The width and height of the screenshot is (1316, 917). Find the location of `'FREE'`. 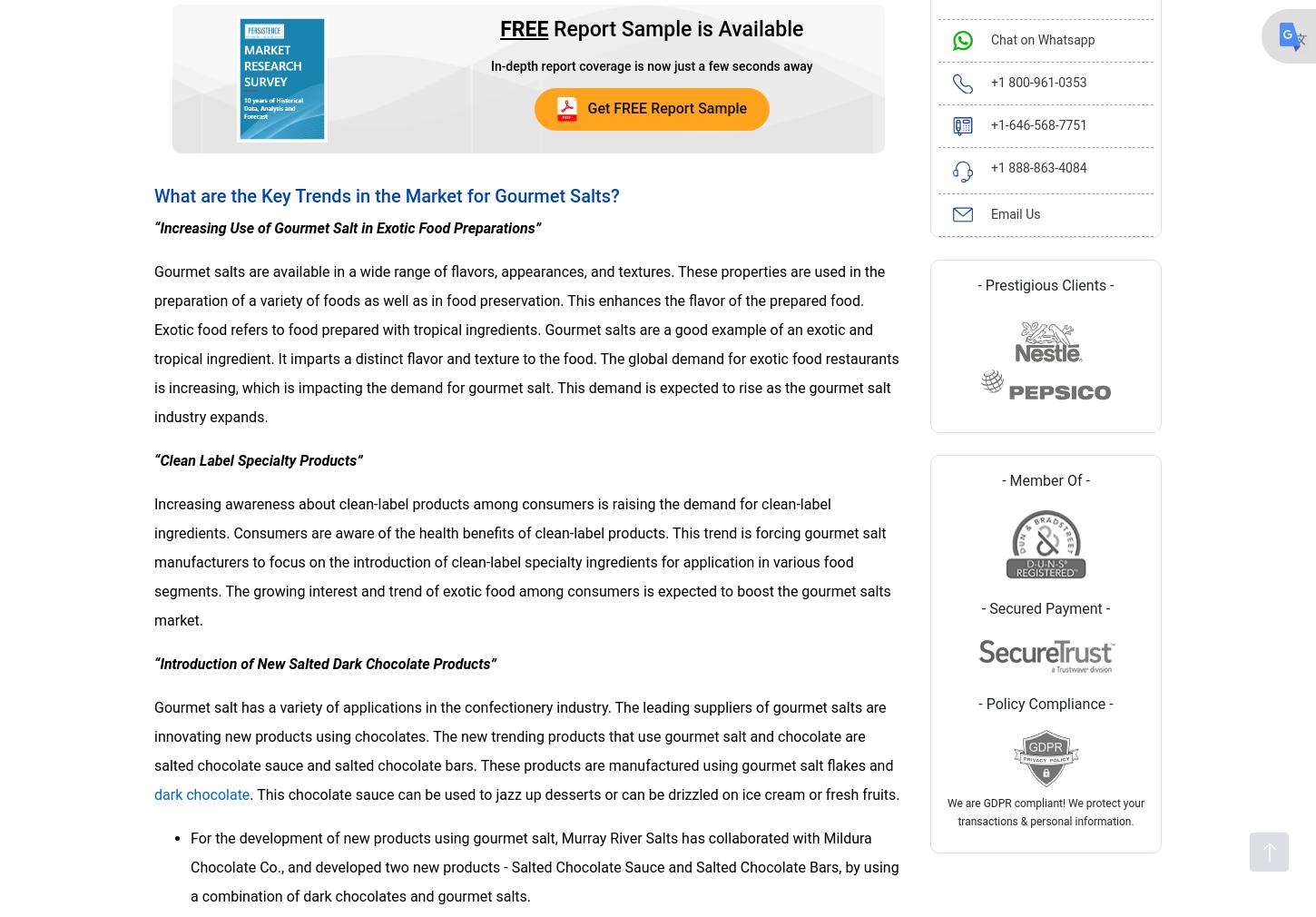

'FREE' is located at coordinates (524, 27).